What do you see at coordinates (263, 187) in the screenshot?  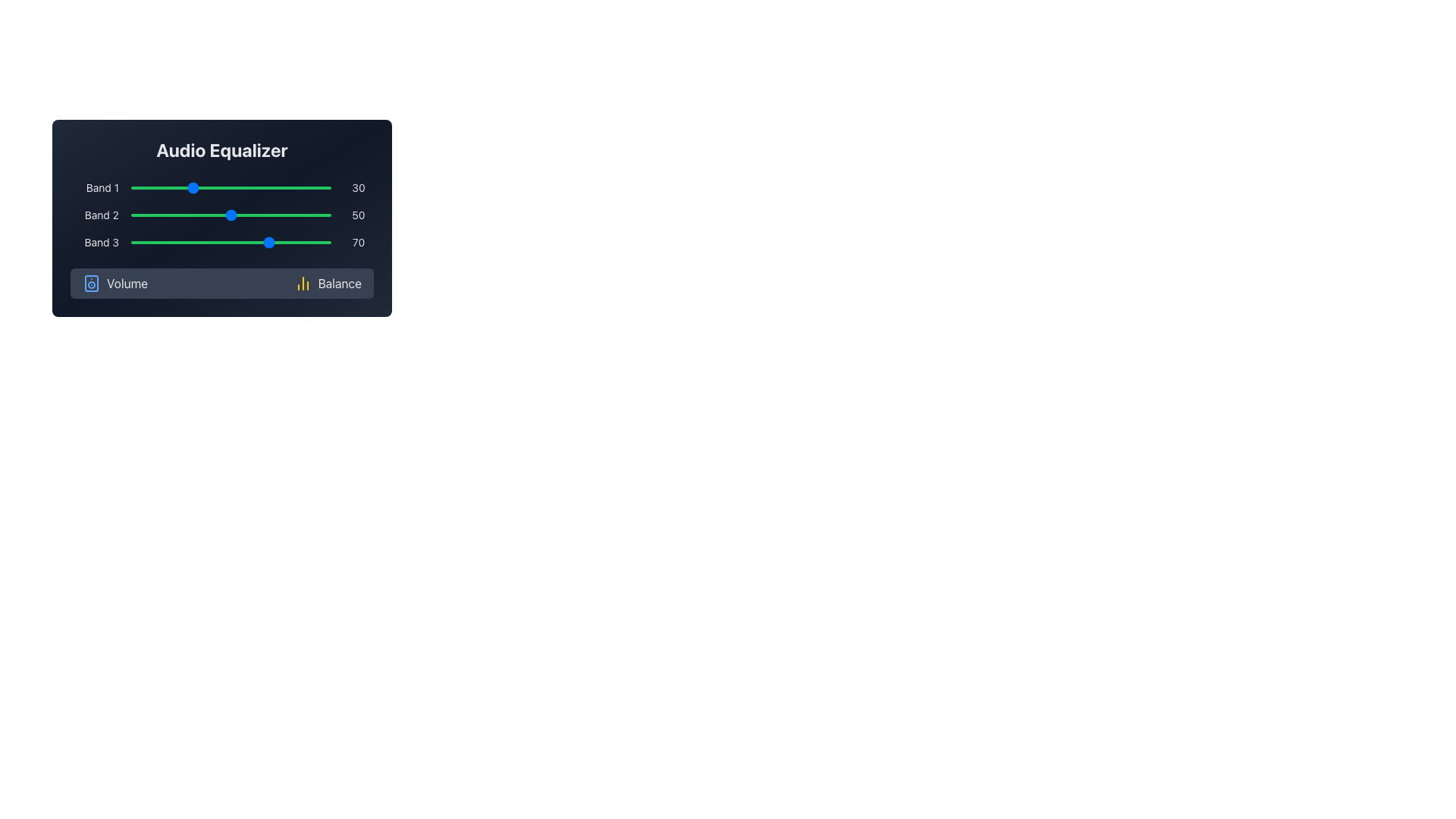 I see `the slider labeled 'Band 1'` at bounding box center [263, 187].